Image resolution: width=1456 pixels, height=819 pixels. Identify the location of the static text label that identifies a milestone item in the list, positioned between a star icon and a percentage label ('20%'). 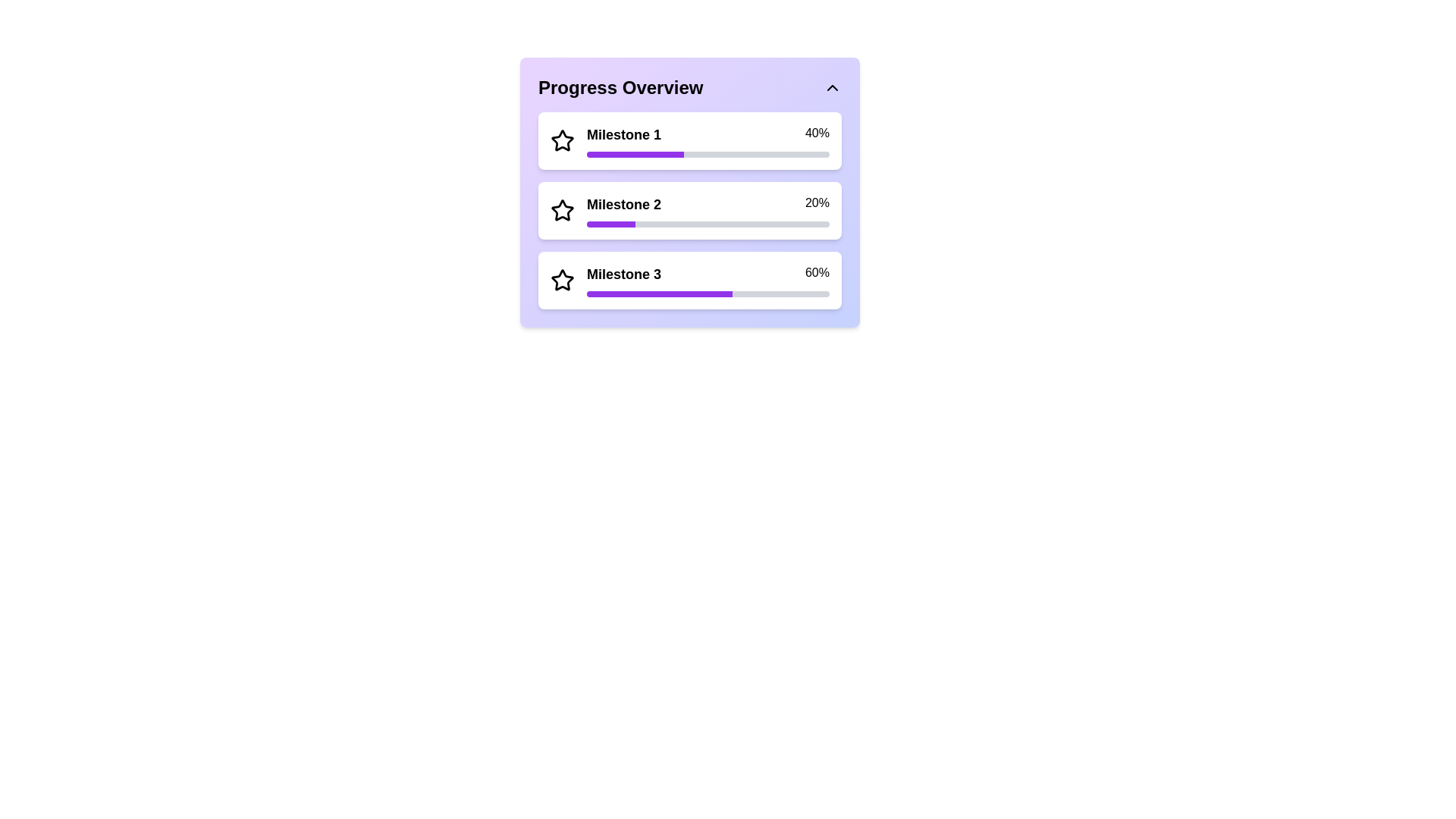
(624, 205).